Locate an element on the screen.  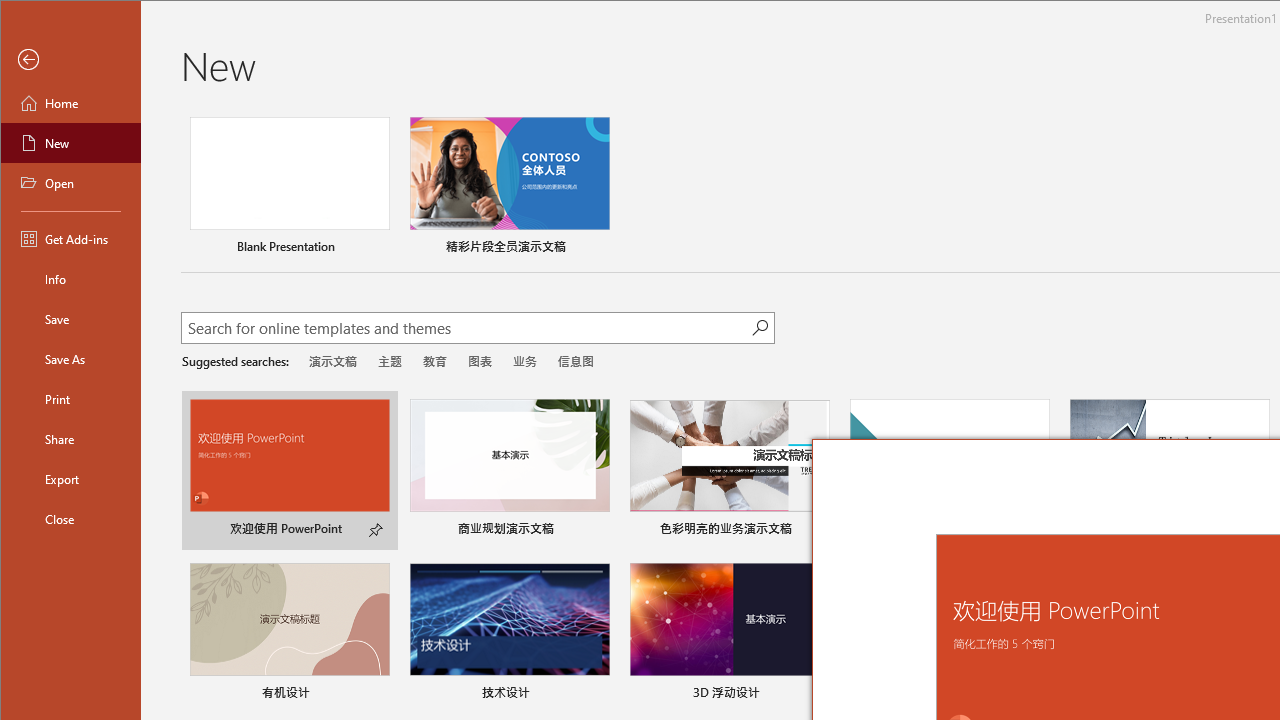
'Export' is located at coordinates (71, 479).